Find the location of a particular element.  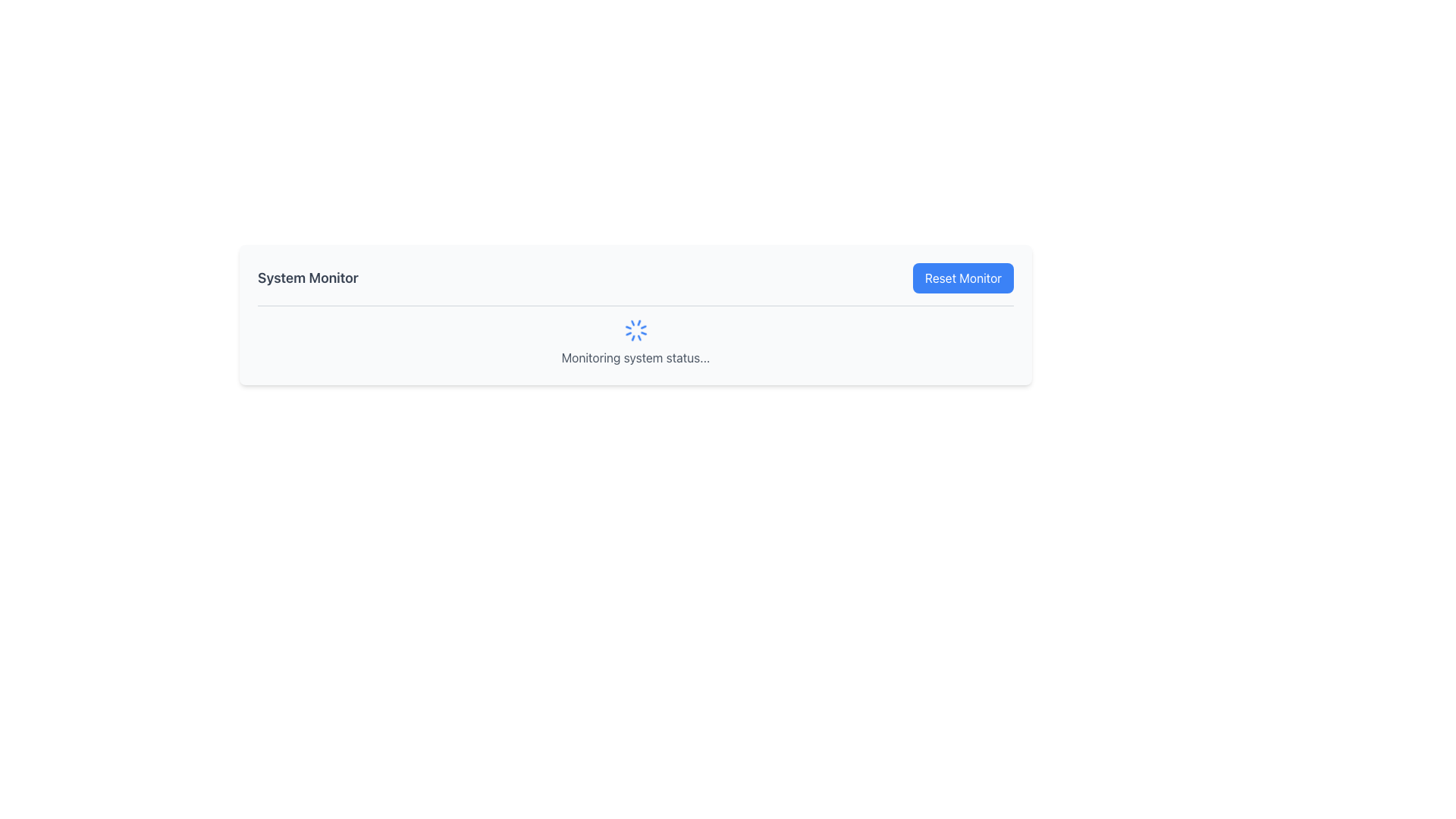

the text that reads 'Monitoring system status...' is located at coordinates (635, 357).